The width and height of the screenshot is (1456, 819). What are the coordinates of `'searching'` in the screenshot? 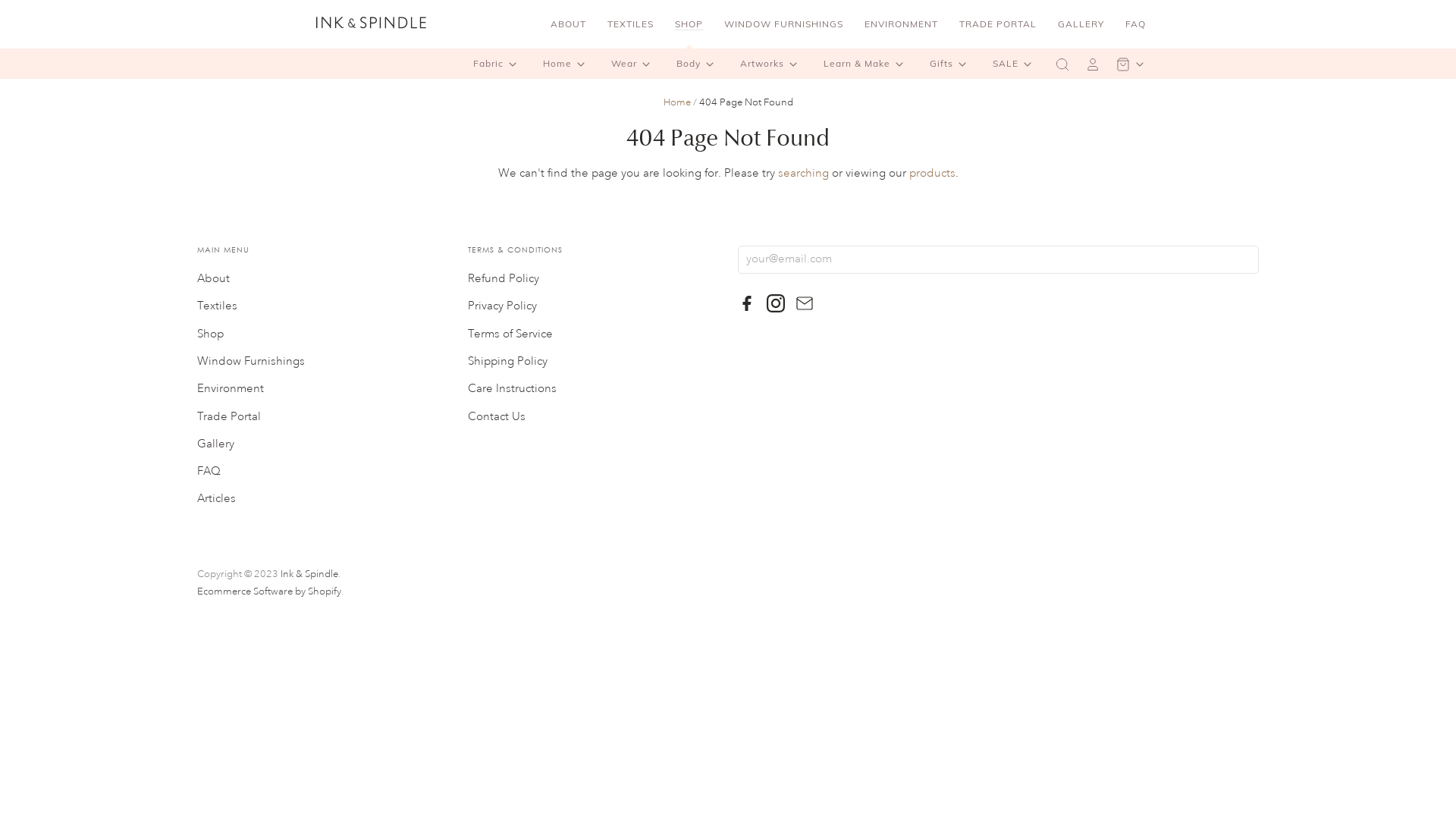 It's located at (778, 172).